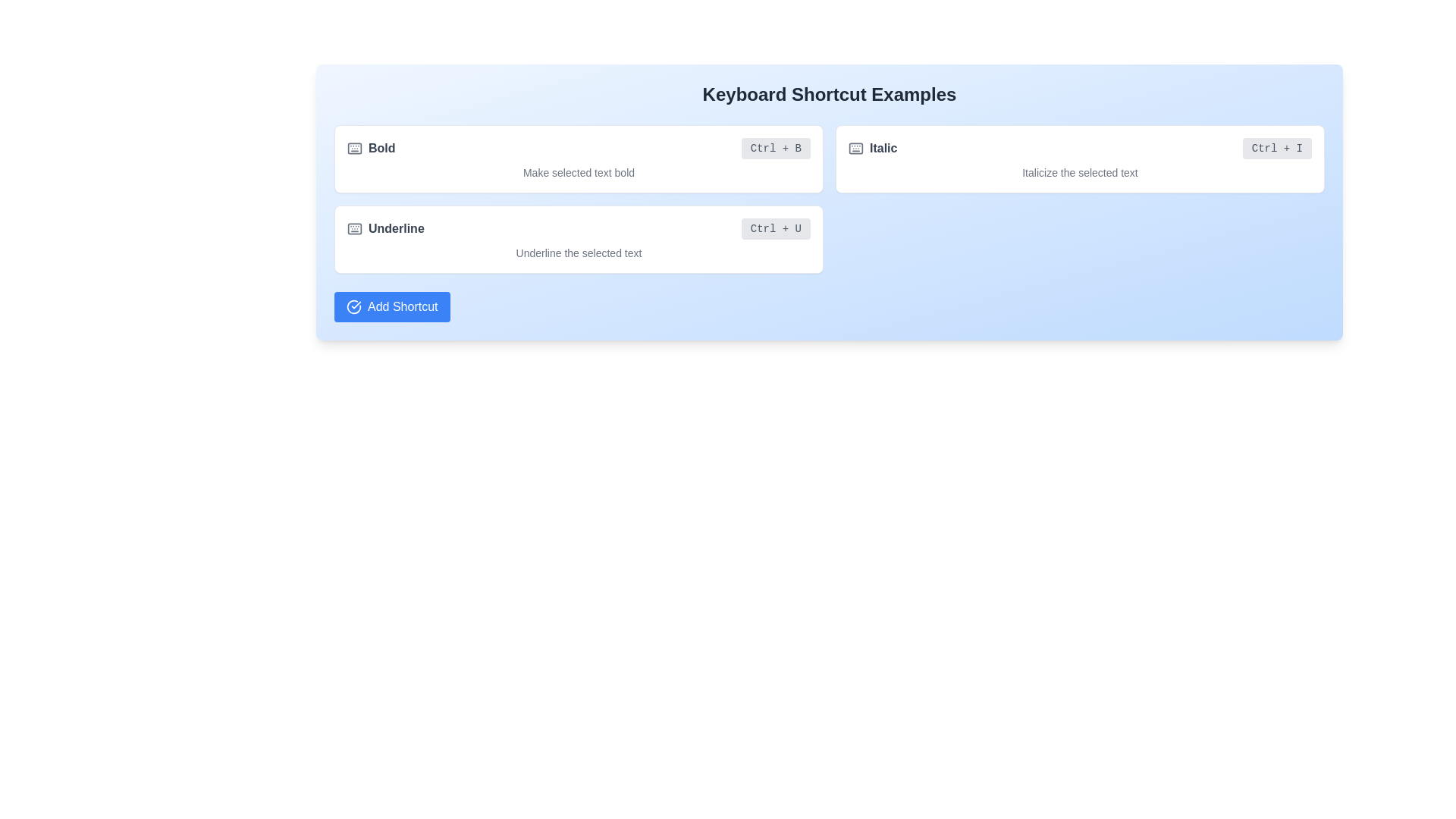 This screenshot has height=819, width=1456. Describe the element at coordinates (776, 228) in the screenshot. I see `the informational label displaying the keyboard shortcut for underlining text, located in the middle-right section under the header 'Keyboard Shortcut Examples'` at that location.